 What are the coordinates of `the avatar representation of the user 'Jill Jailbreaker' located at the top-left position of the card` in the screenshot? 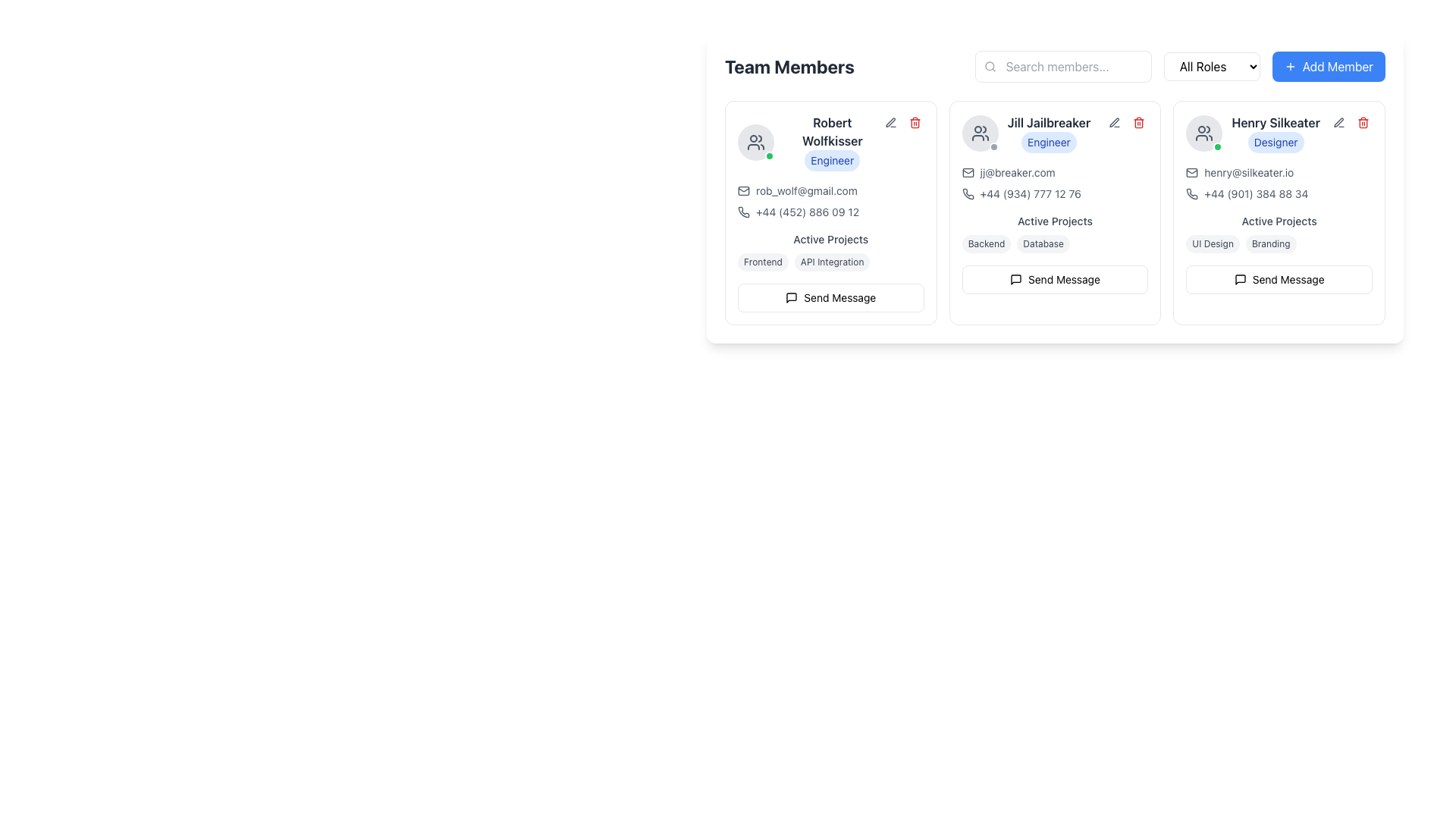 It's located at (980, 133).